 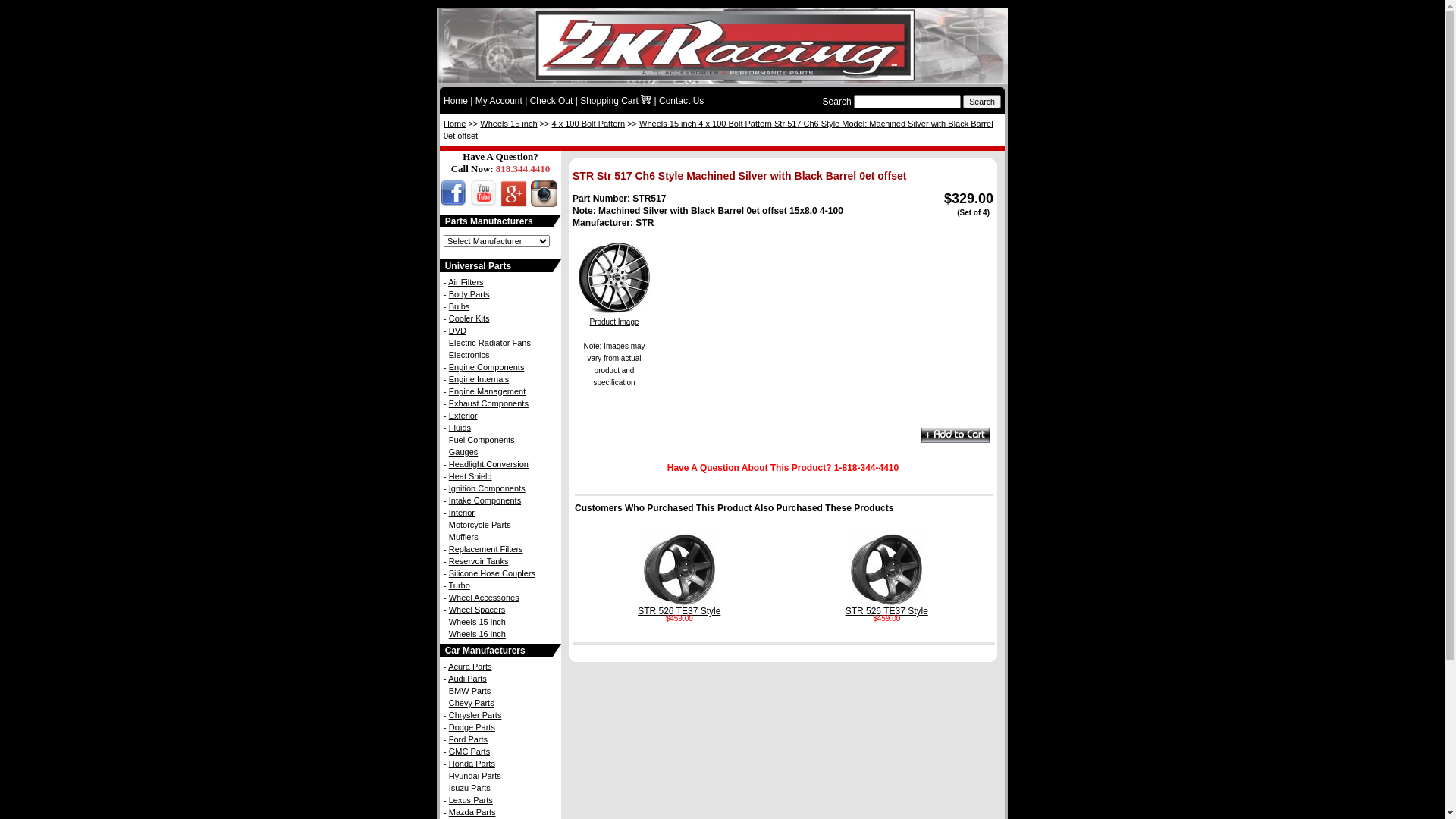 I want to click on 'Mufflers', so click(x=463, y=536).